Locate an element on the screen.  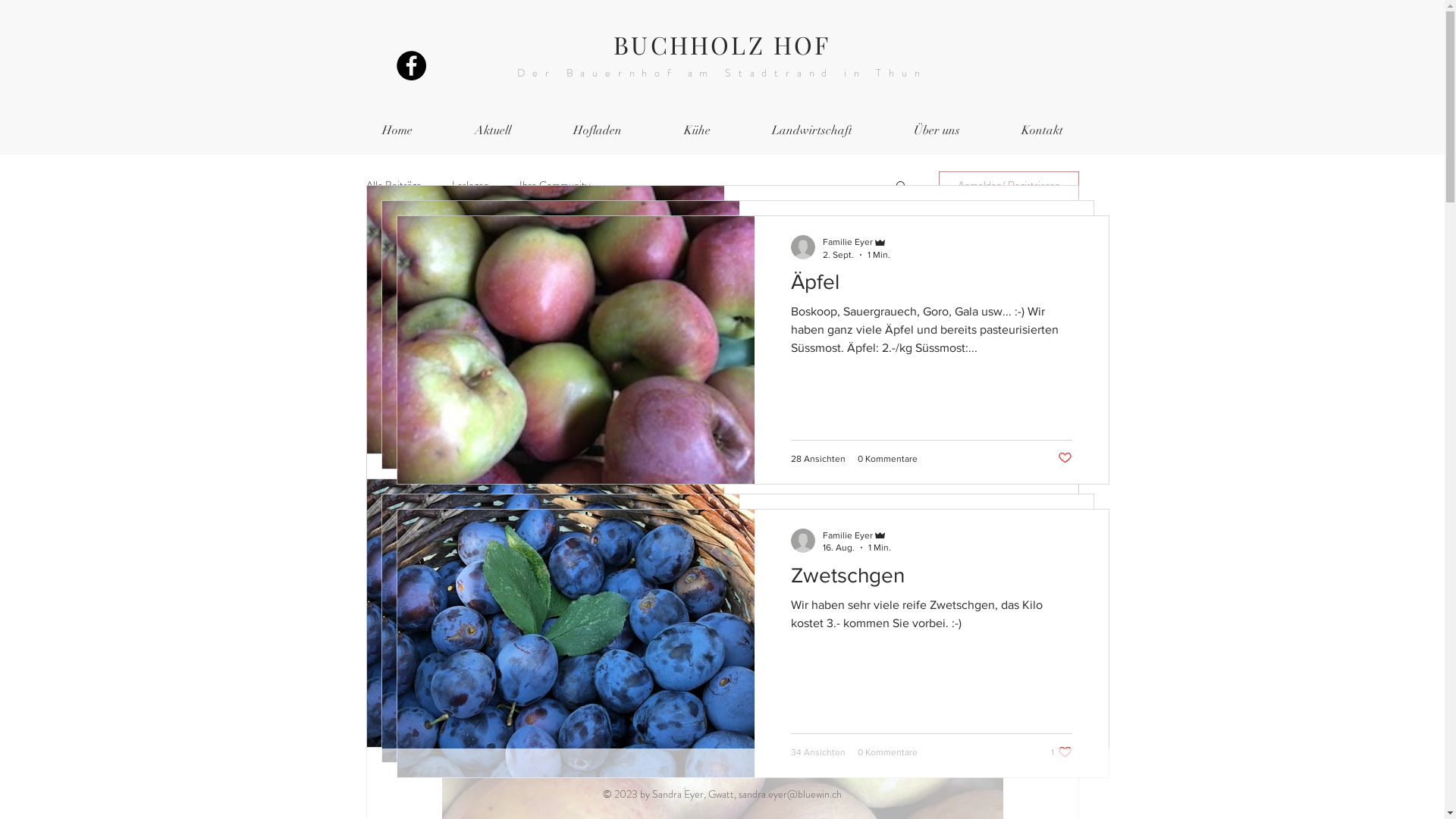
'Anmelden/ Registrieren' is located at coordinates (1009, 184).